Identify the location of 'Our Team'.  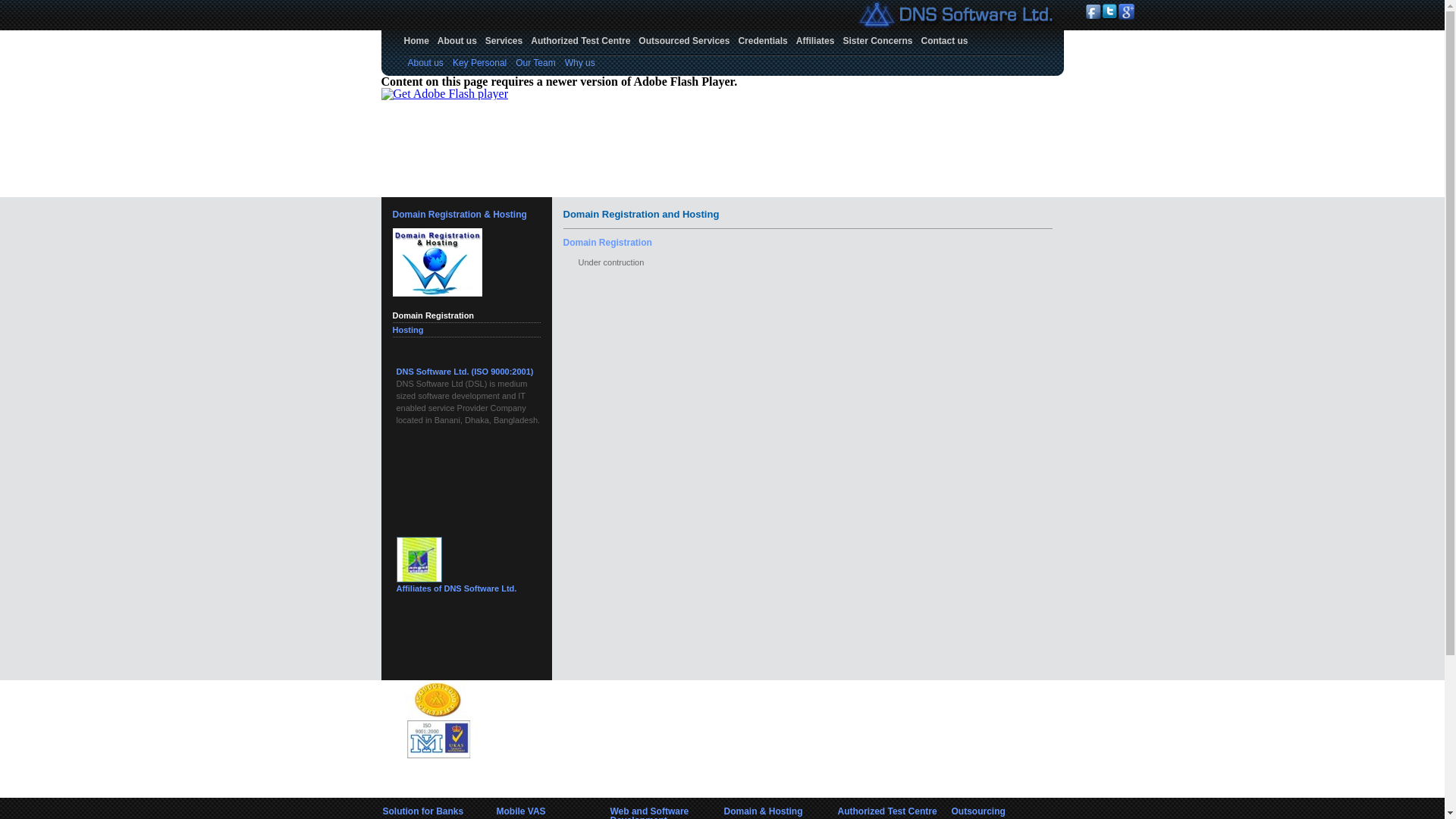
(516, 62).